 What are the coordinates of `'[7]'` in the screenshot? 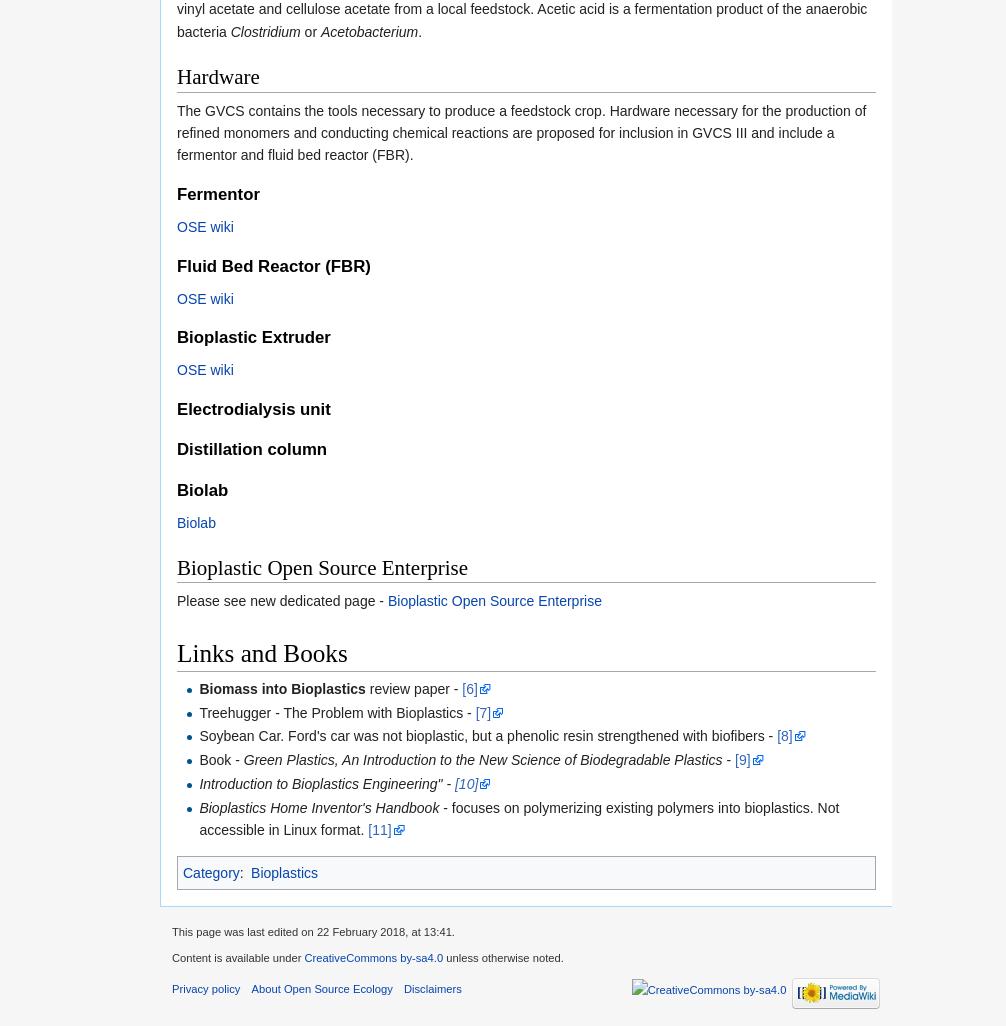 It's located at (481, 711).